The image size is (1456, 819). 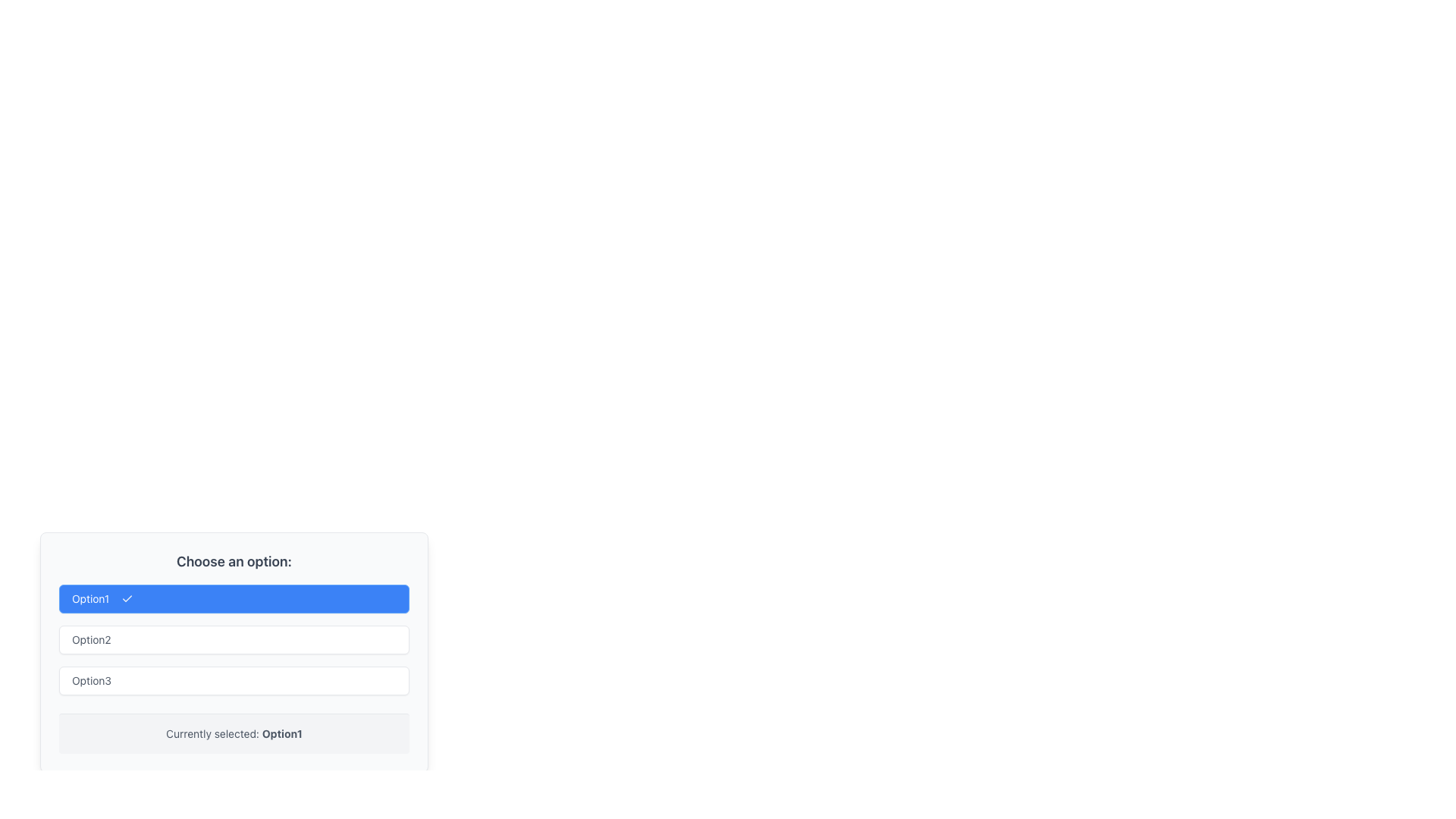 What do you see at coordinates (127, 598) in the screenshot?
I see `the checkmark icon with a blue background and white strokes, located to the right of the 'Option1' button` at bounding box center [127, 598].